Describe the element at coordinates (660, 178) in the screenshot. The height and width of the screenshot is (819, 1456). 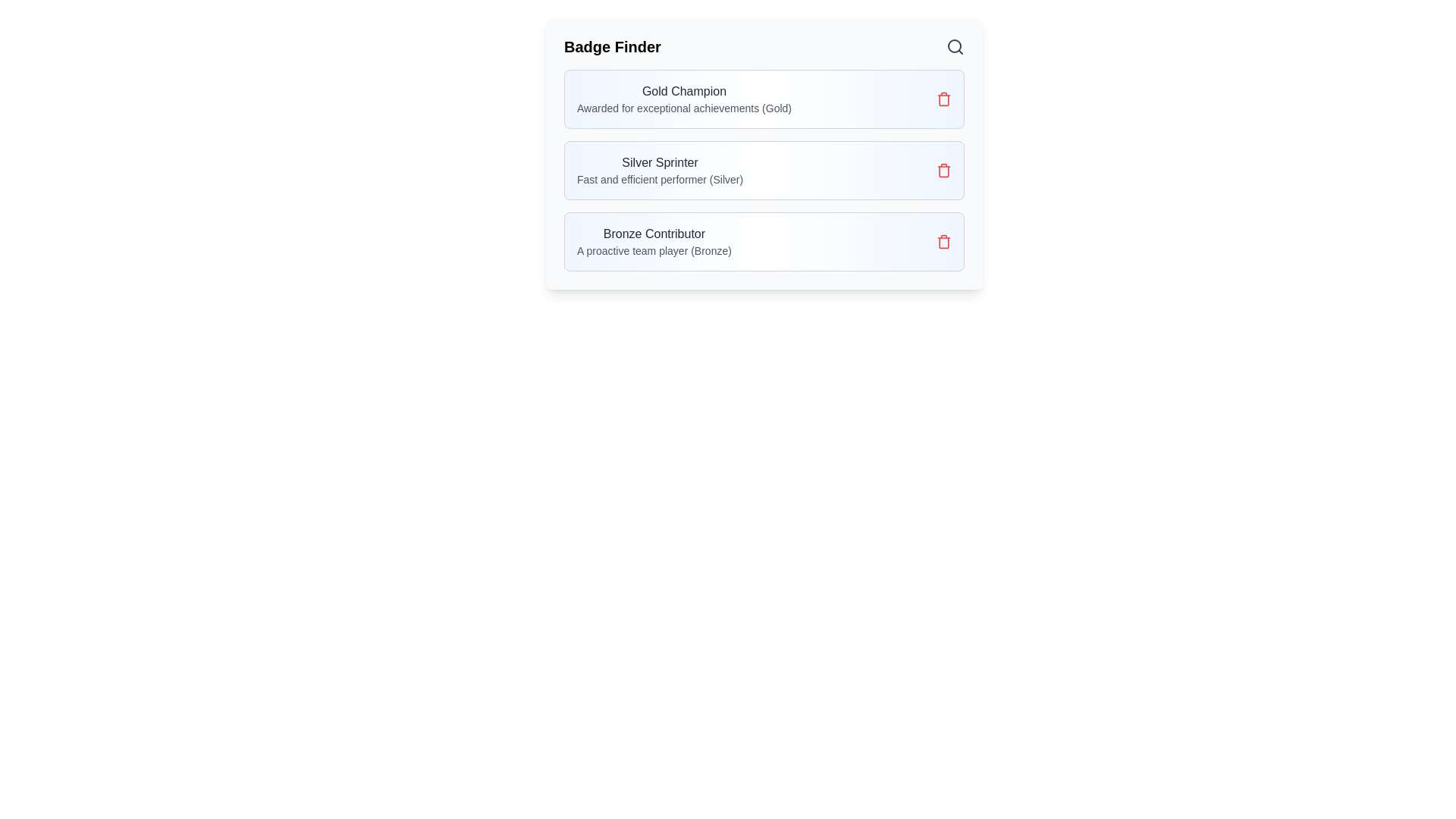
I see `the text label that provides additional descriptive detail for the card titled 'Silver Sprinter', positioned directly beneath the heading within the second card of the vertical list layout` at that location.